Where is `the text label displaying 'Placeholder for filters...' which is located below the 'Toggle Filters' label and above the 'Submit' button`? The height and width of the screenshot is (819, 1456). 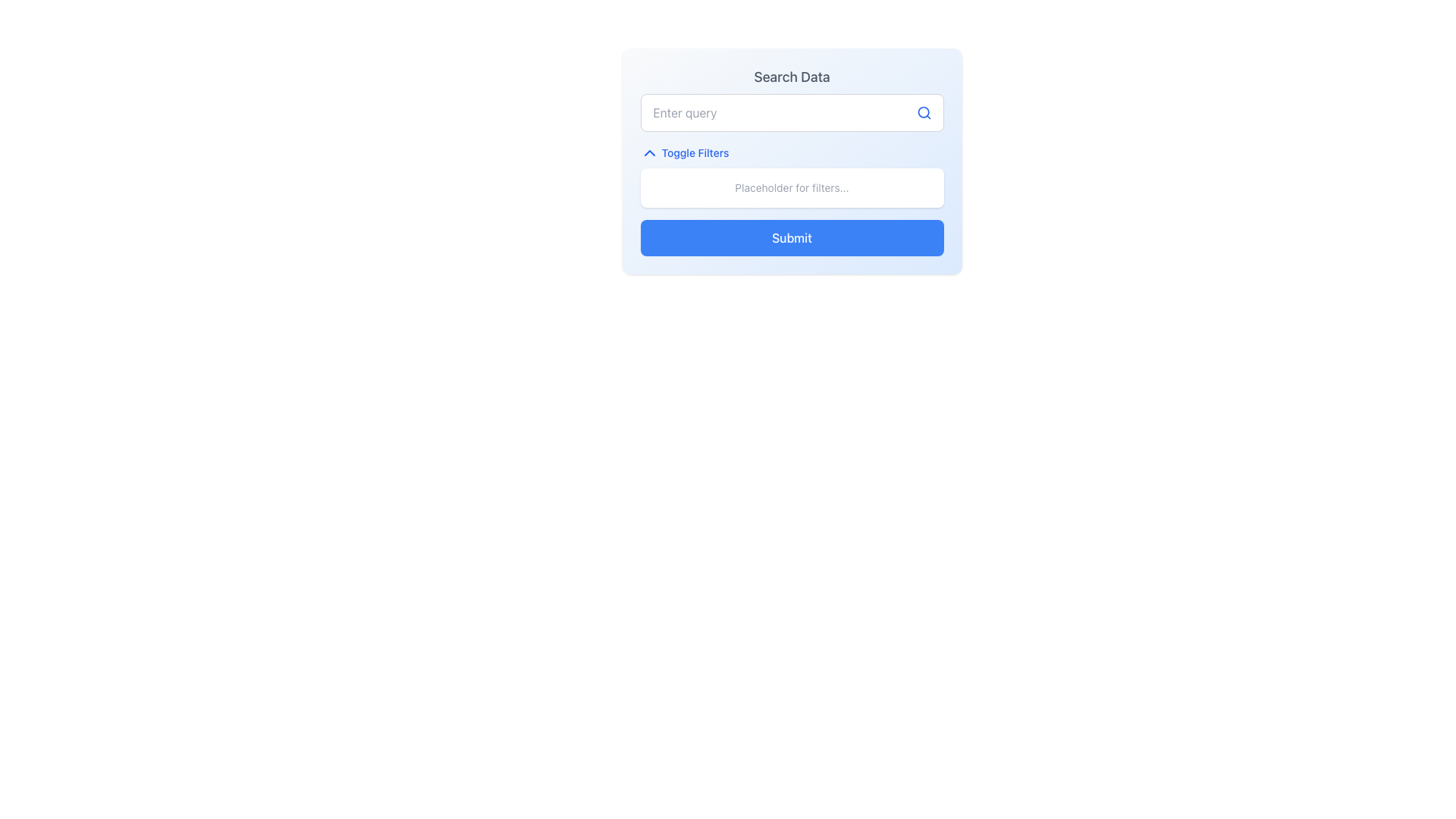 the text label displaying 'Placeholder for filters...' which is located below the 'Toggle Filters' label and above the 'Submit' button is located at coordinates (791, 187).